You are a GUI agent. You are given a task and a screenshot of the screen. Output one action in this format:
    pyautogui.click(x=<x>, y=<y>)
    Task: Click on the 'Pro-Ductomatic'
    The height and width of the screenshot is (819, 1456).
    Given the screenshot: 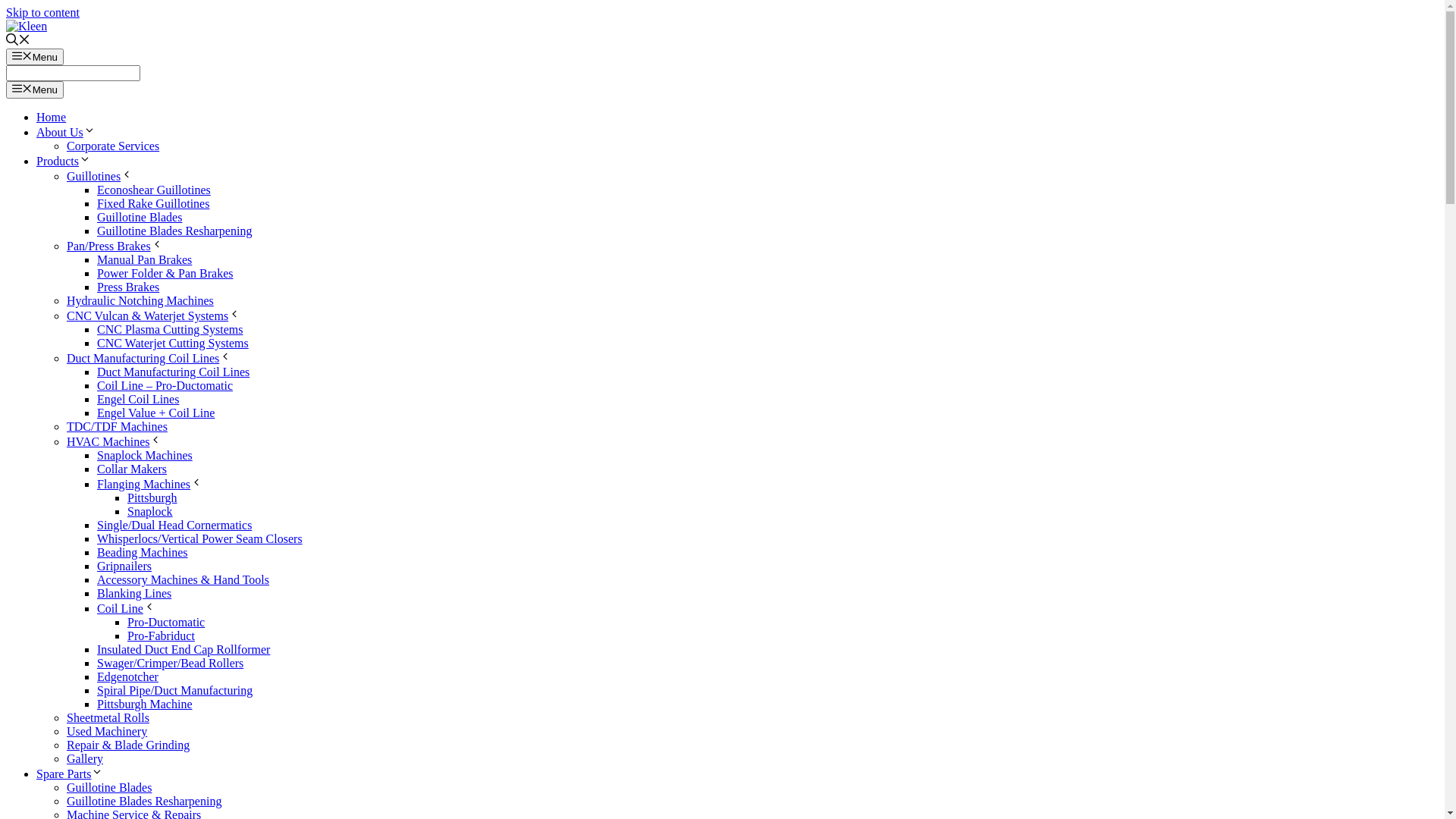 What is the action you would take?
    pyautogui.click(x=166, y=622)
    